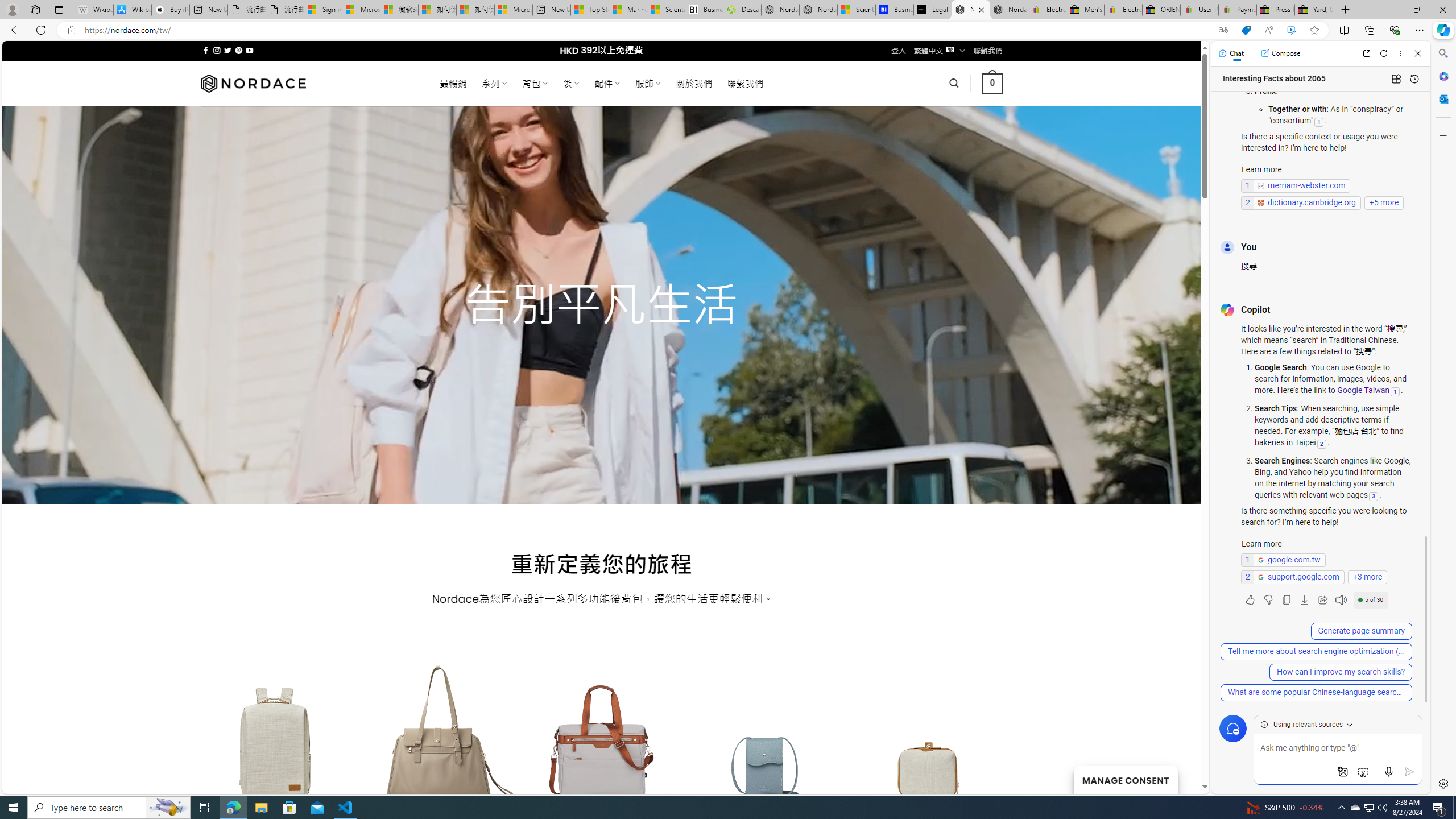 Image resolution: width=1456 pixels, height=819 pixels. I want to click on 'Follow on Instagram', so click(216, 50).